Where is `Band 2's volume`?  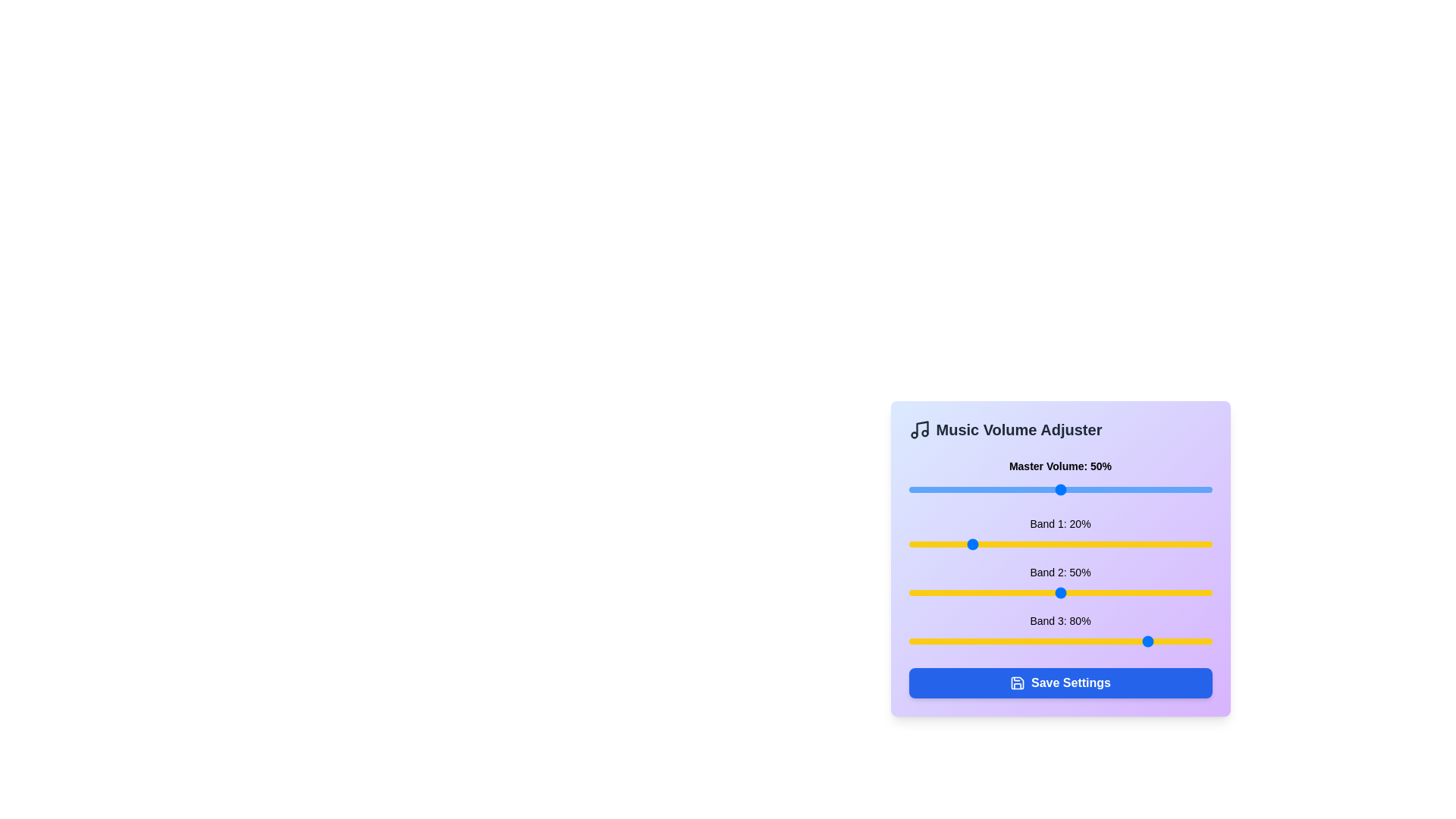 Band 2's volume is located at coordinates (1178, 592).